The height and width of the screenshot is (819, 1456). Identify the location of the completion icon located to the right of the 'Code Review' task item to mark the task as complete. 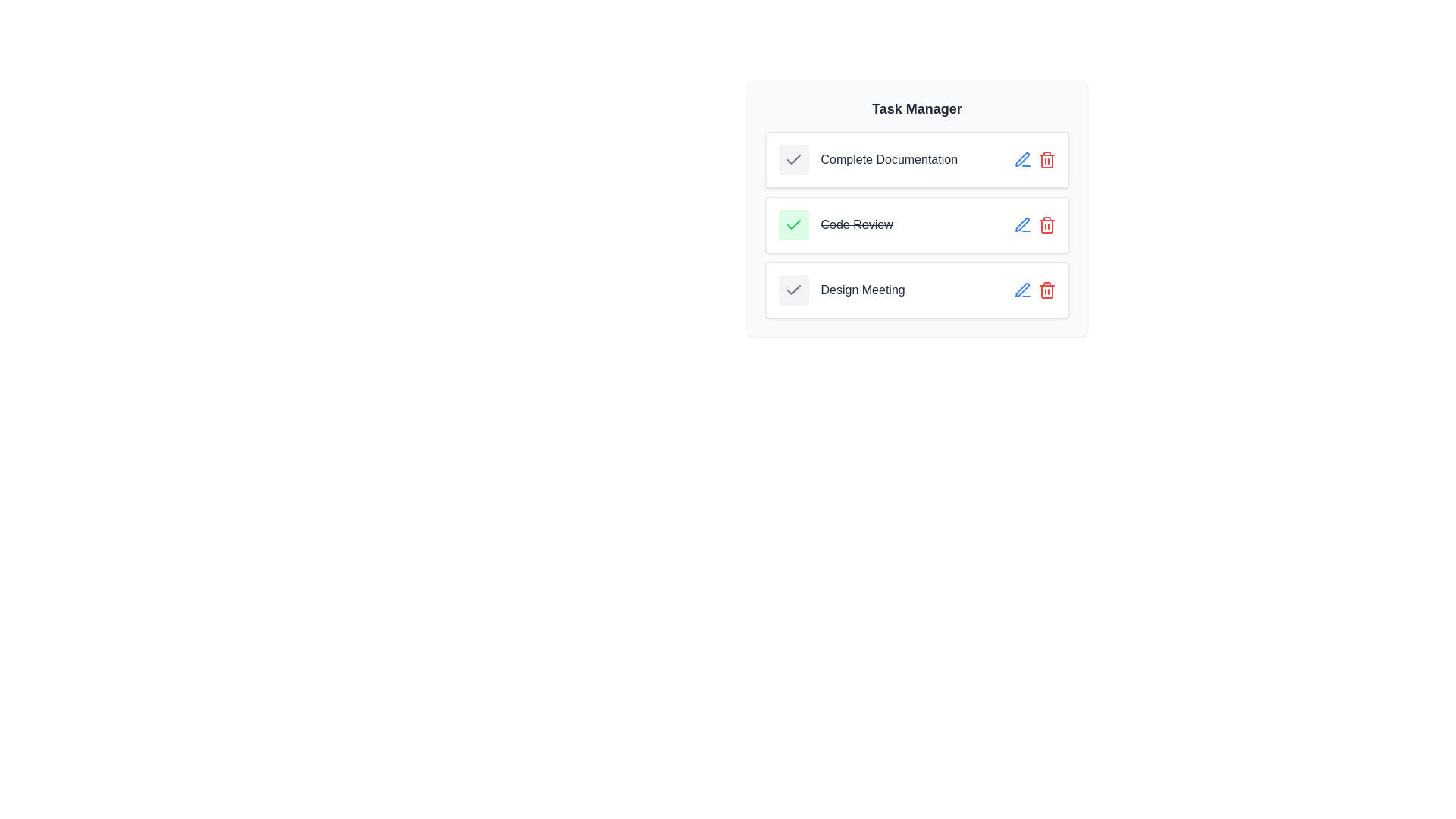
(792, 290).